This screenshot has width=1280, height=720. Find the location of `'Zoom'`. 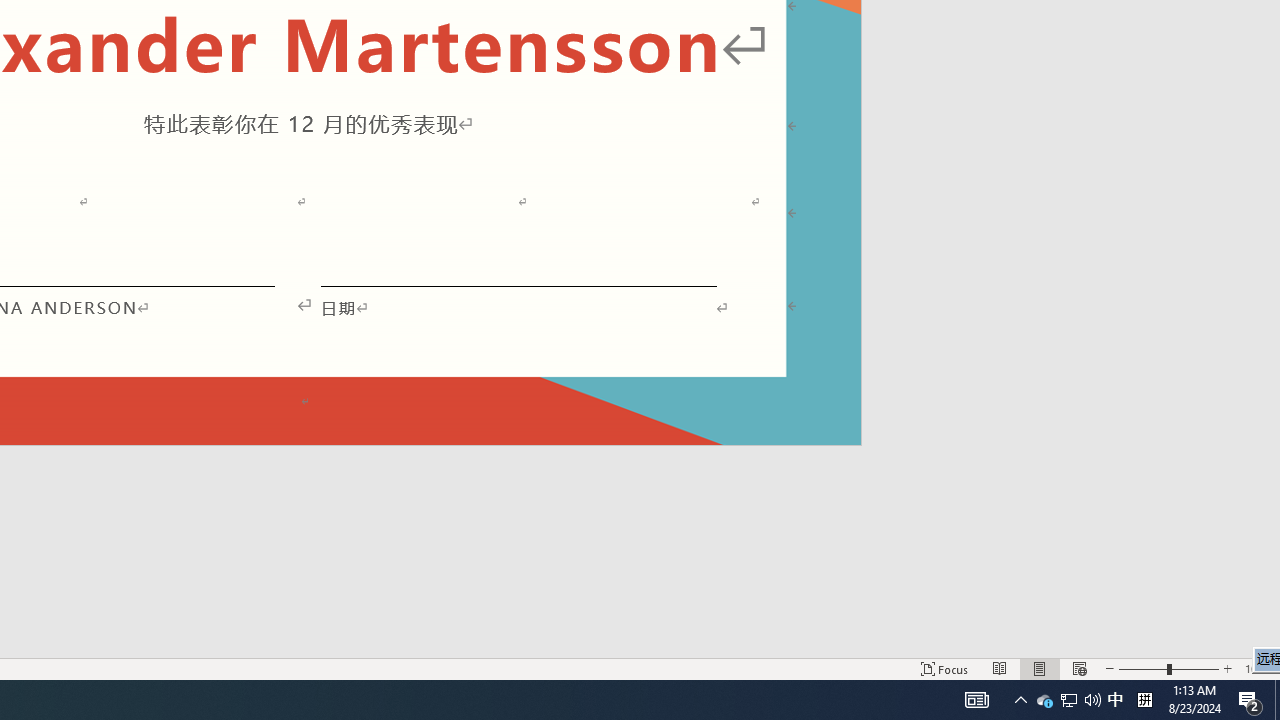

'Zoom' is located at coordinates (1168, 669).